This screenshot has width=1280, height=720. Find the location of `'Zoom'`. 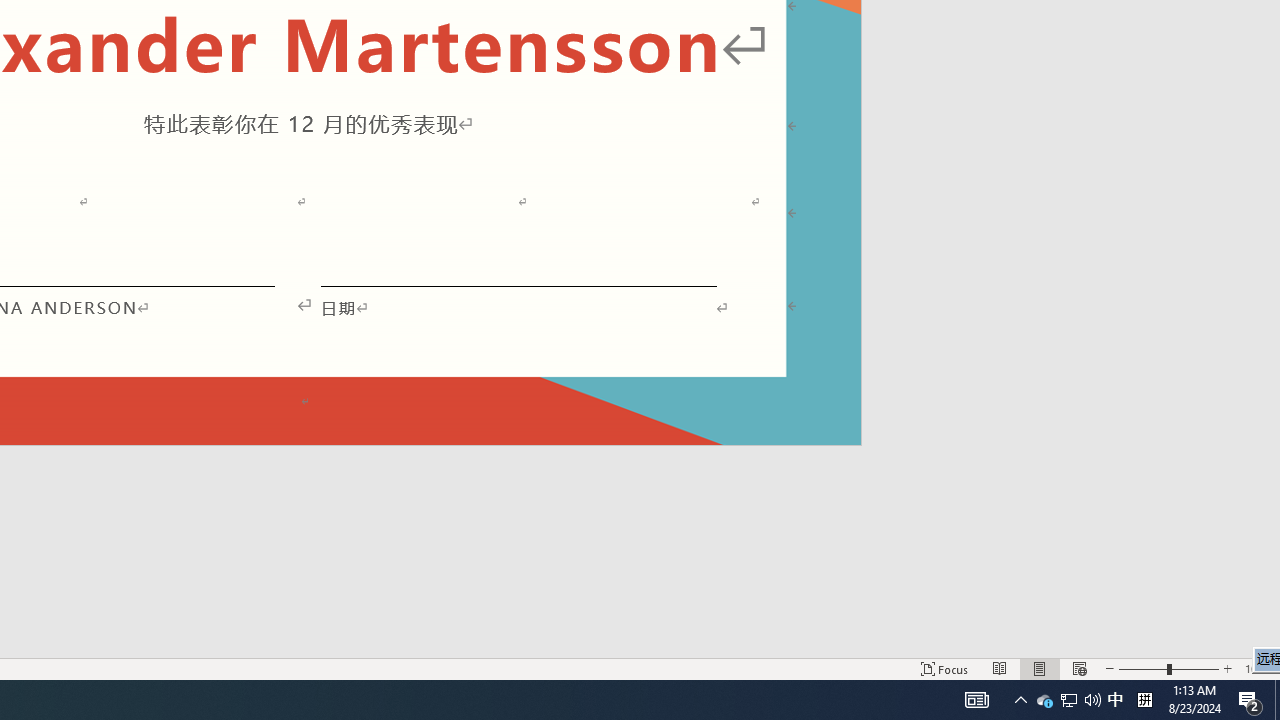

'Zoom' is located at coordinates (1168, 669).